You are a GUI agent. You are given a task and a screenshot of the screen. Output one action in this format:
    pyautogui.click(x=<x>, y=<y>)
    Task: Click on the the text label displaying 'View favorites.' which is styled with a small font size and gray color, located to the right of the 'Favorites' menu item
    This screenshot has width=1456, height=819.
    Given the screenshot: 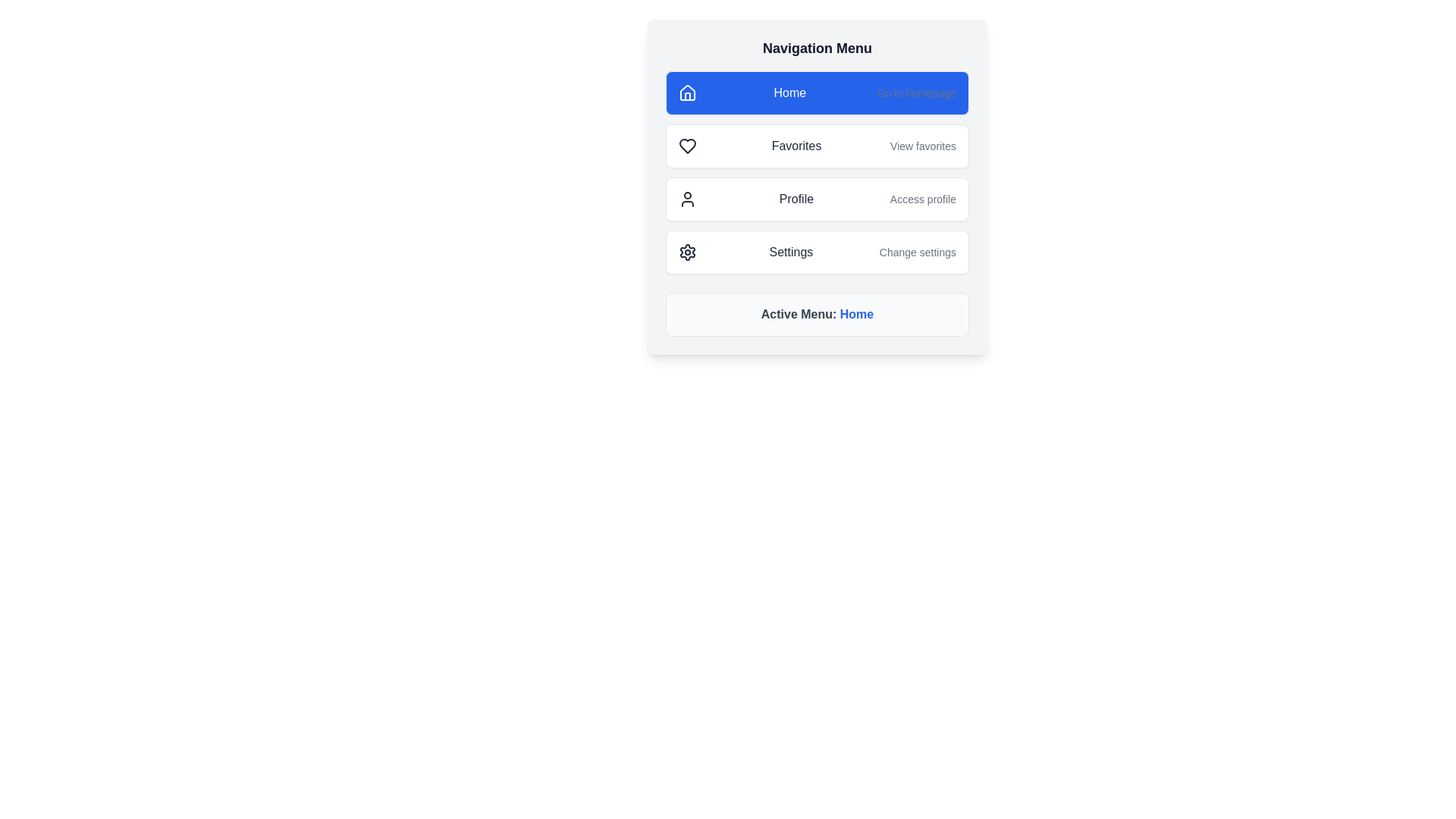 What is the action you would take?
    pyautogui.click(x=922, y=146)
    